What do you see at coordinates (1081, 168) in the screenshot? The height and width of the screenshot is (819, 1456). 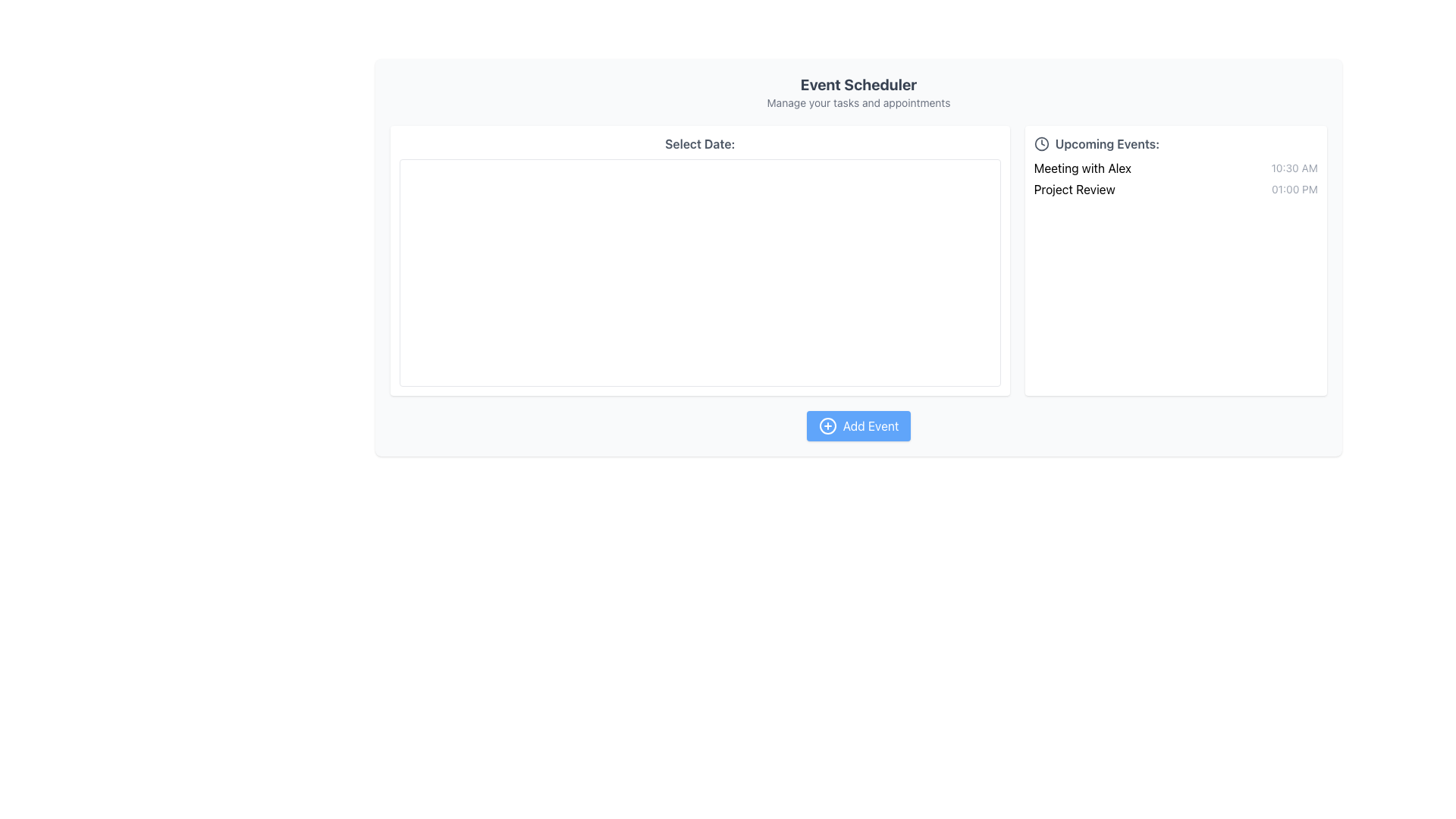 I see `the title of the first event in the 'Upcoming Events' section as a reference for interacting with related components` at bounding box center [1081, 168].